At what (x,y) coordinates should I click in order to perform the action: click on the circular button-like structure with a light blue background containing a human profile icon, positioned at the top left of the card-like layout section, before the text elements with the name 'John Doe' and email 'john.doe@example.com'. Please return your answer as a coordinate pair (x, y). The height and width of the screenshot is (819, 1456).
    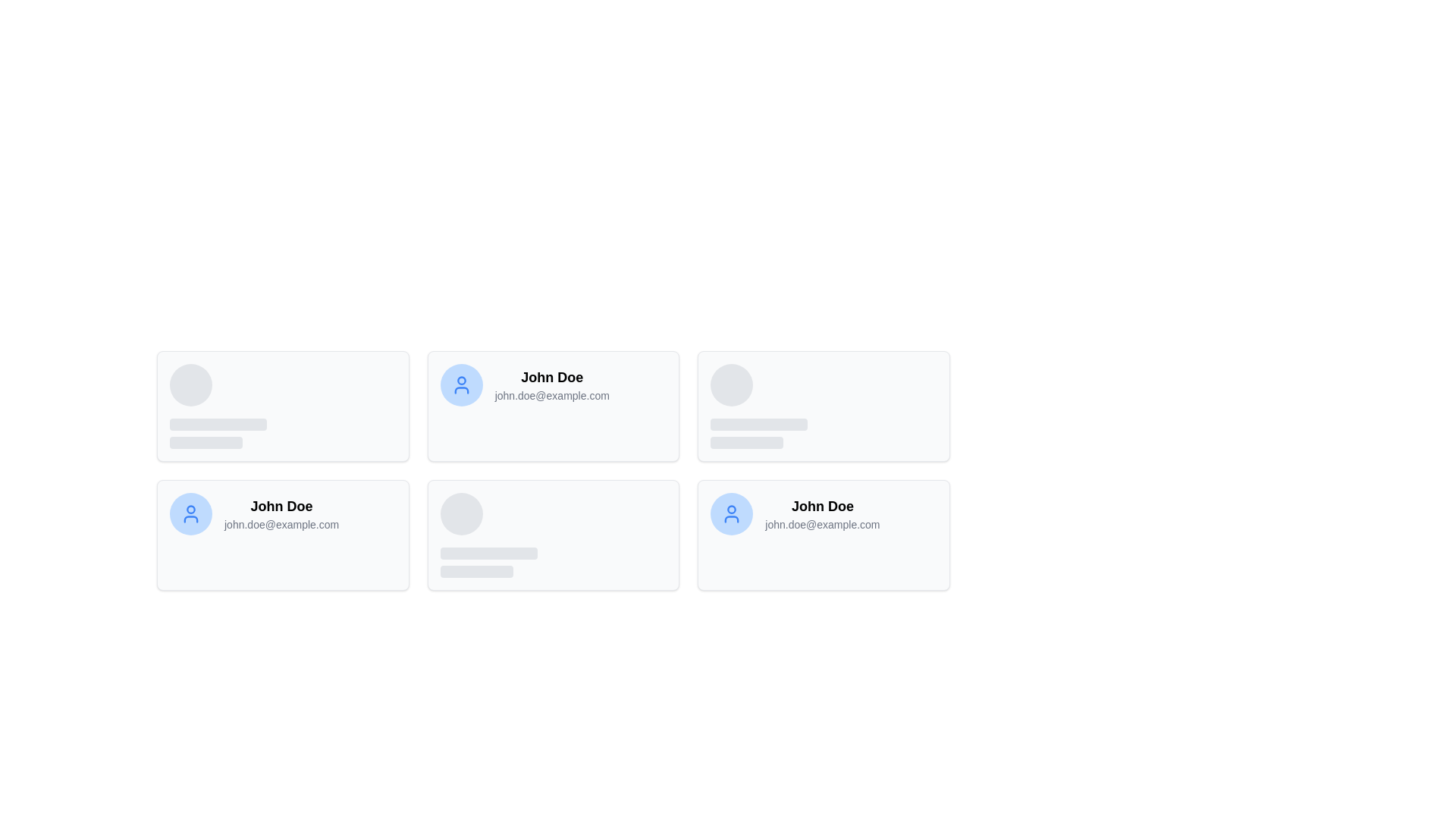
    Looking at the image, I should click on (732, 513).